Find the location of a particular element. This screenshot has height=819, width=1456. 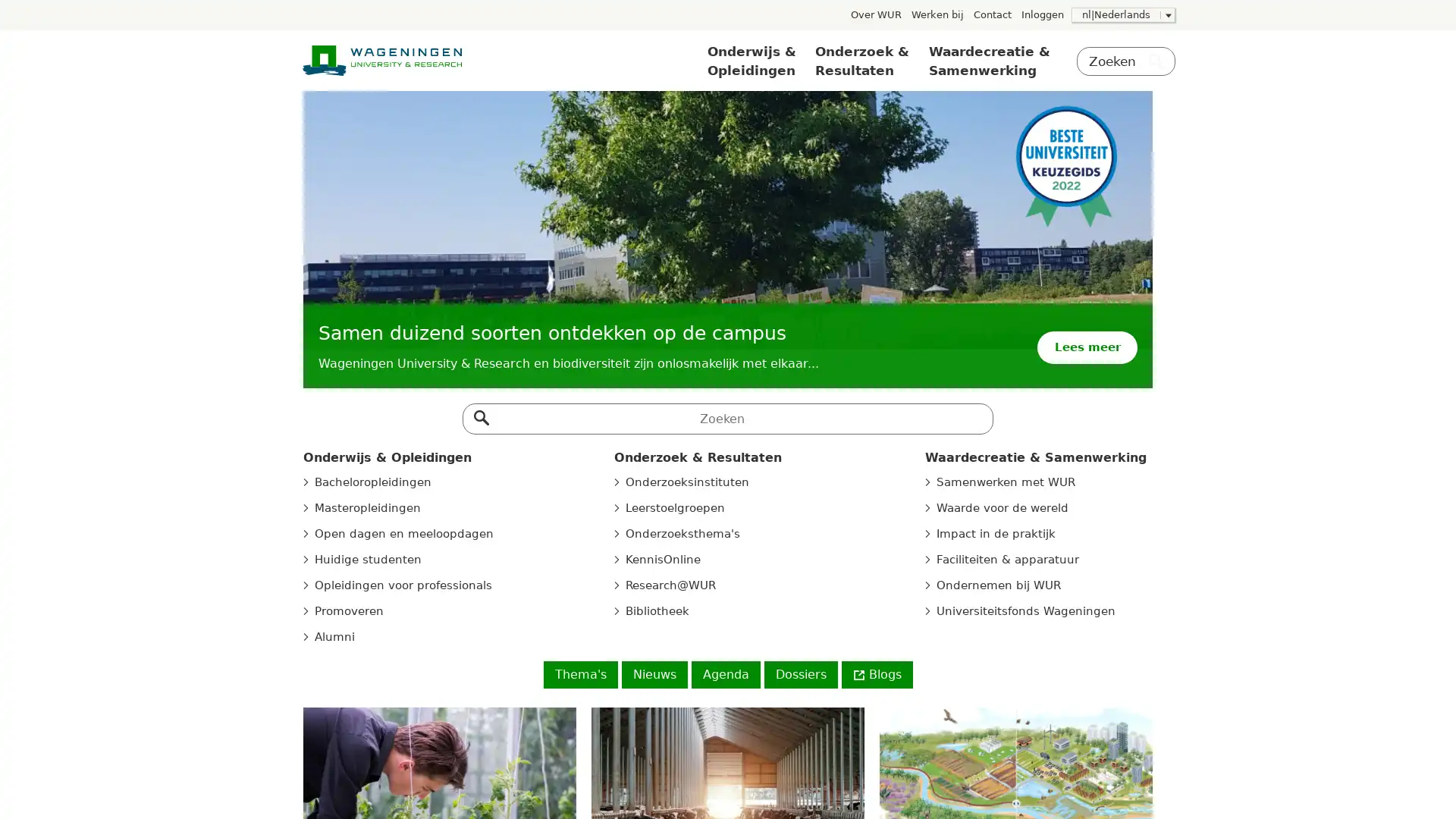

Zoeken is located at coordinates (479, 414).